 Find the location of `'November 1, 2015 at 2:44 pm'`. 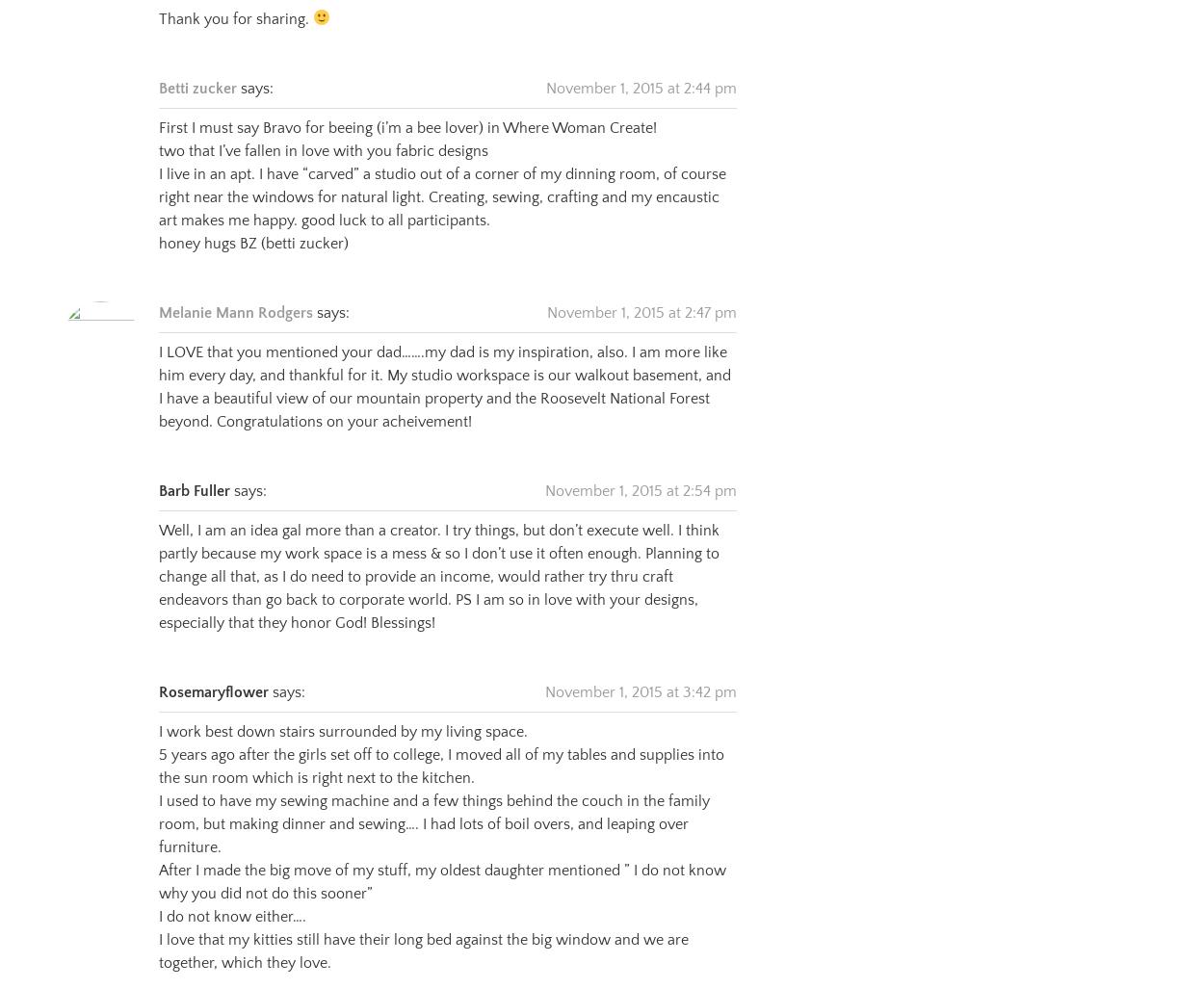

'November 1, 2015 at 2:44 pm' is located at coordinates (641, 63).